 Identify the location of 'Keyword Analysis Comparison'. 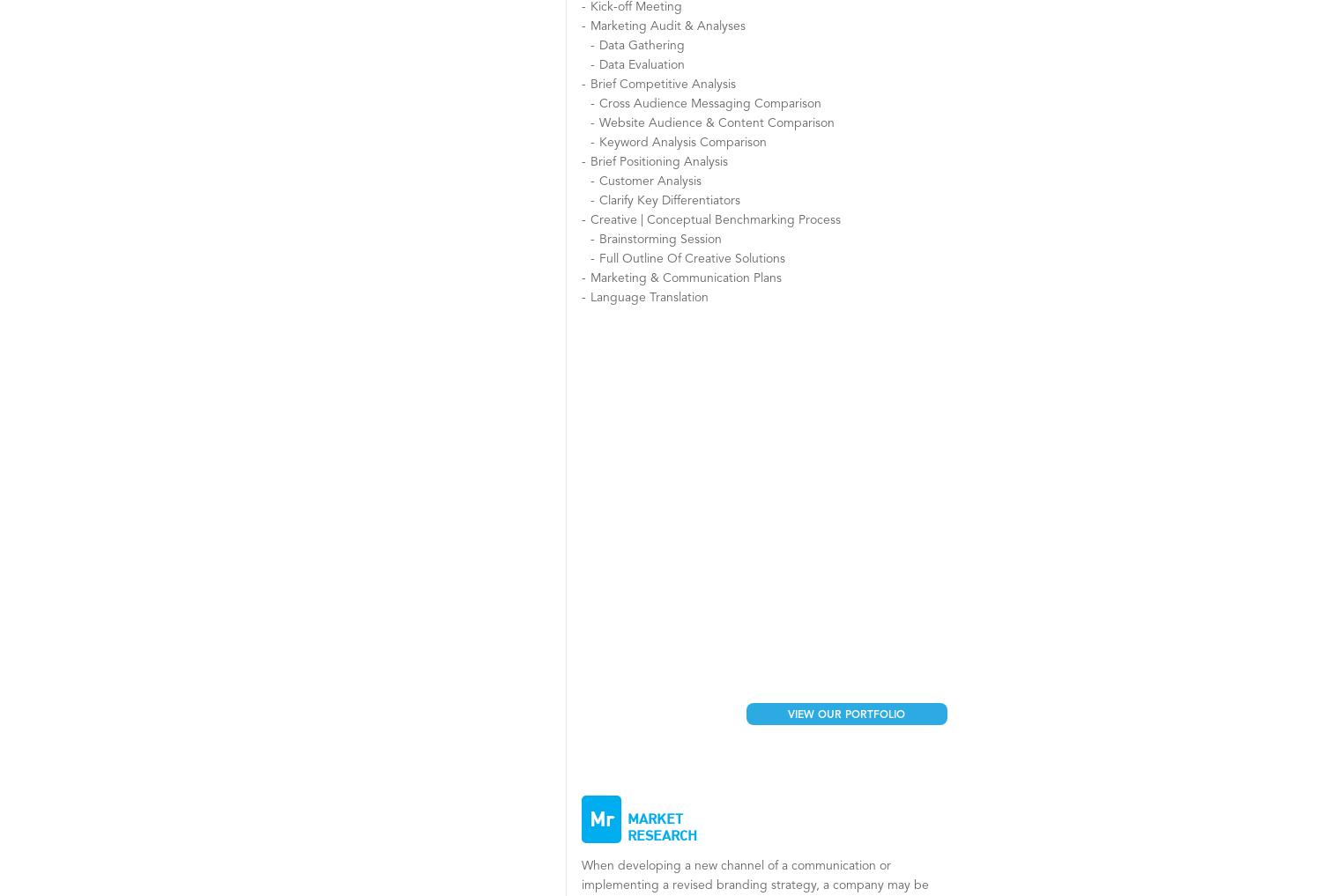
(598, 142).